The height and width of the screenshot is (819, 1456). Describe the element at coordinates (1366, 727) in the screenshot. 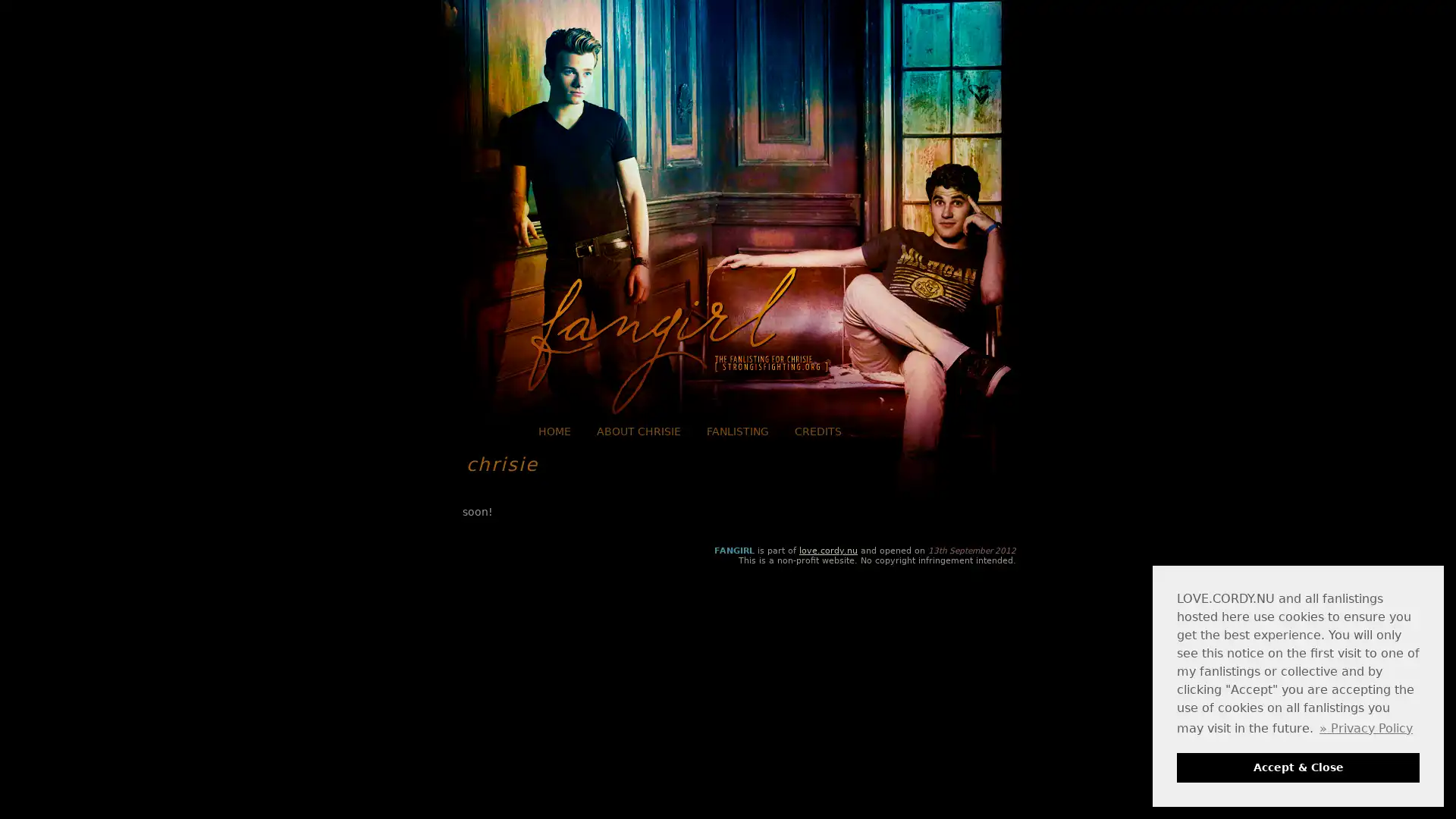

I see `learn more about cookies` at that location.